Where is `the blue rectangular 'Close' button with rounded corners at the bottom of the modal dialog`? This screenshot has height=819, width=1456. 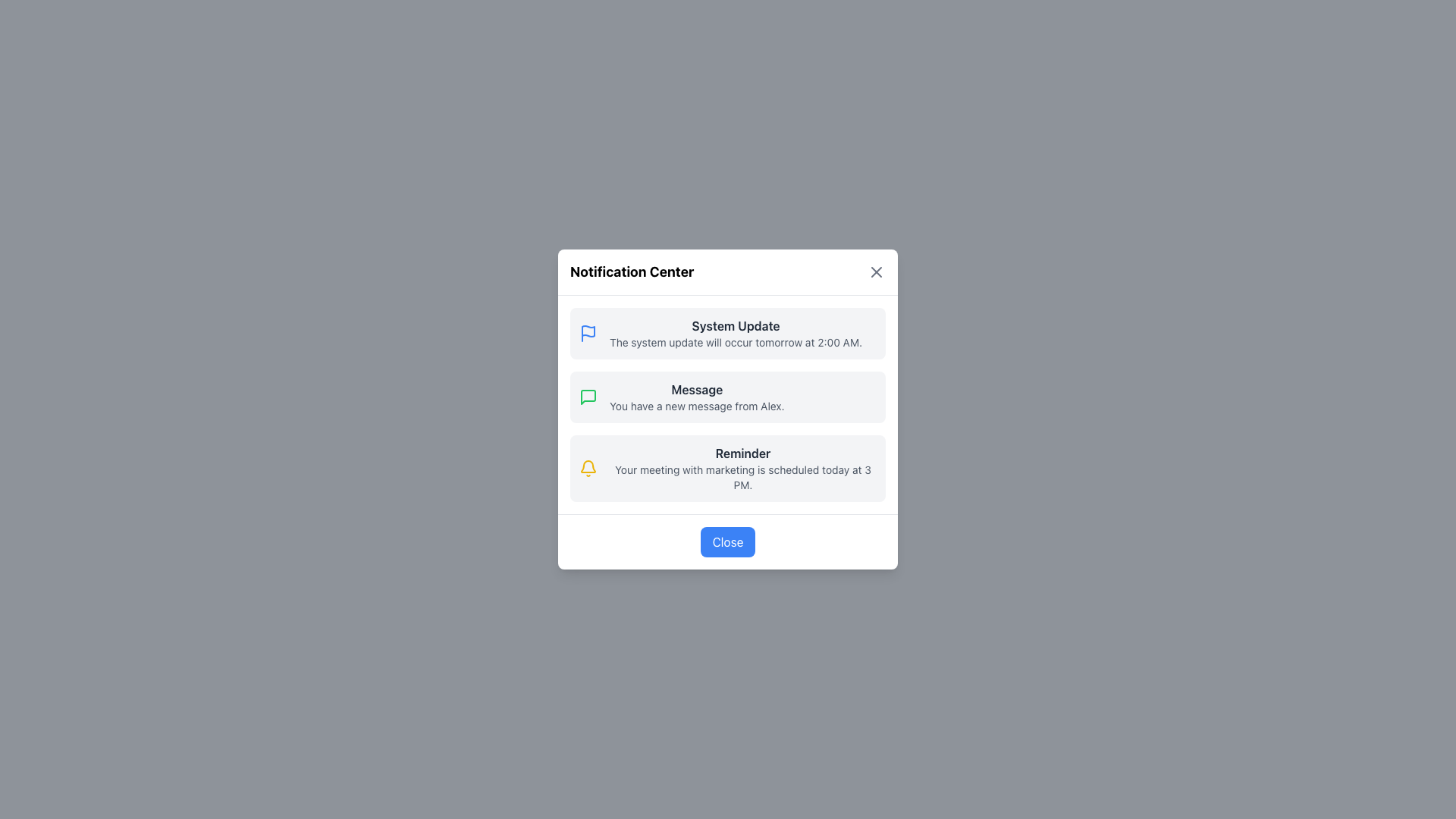 the blue rectangular 'Close' button with rounded corners at the bottom of the modal dialog is located at coordinates (728, 541).